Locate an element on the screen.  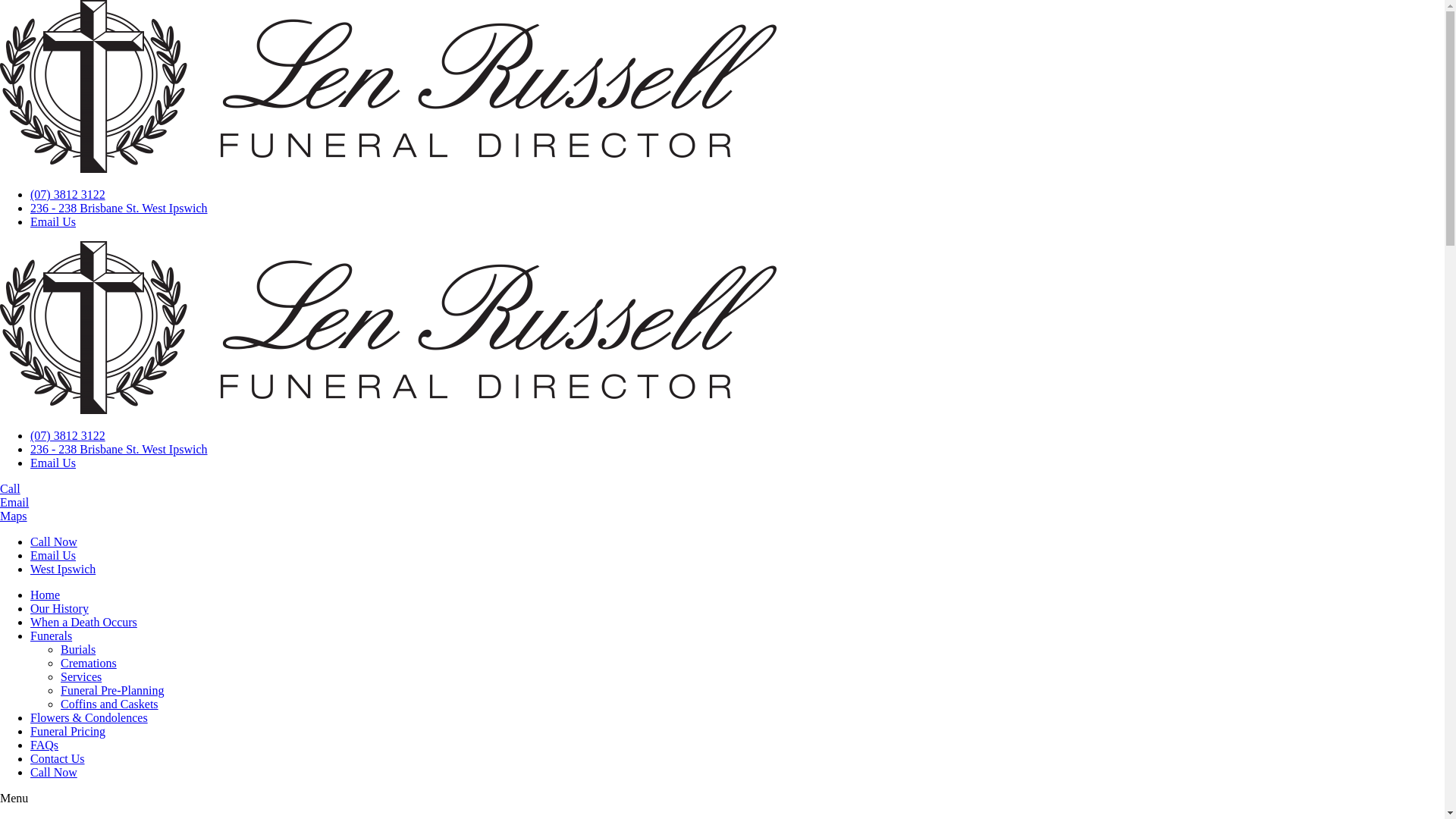
'When a Death Occurs' is located at coordinates (30, 622).